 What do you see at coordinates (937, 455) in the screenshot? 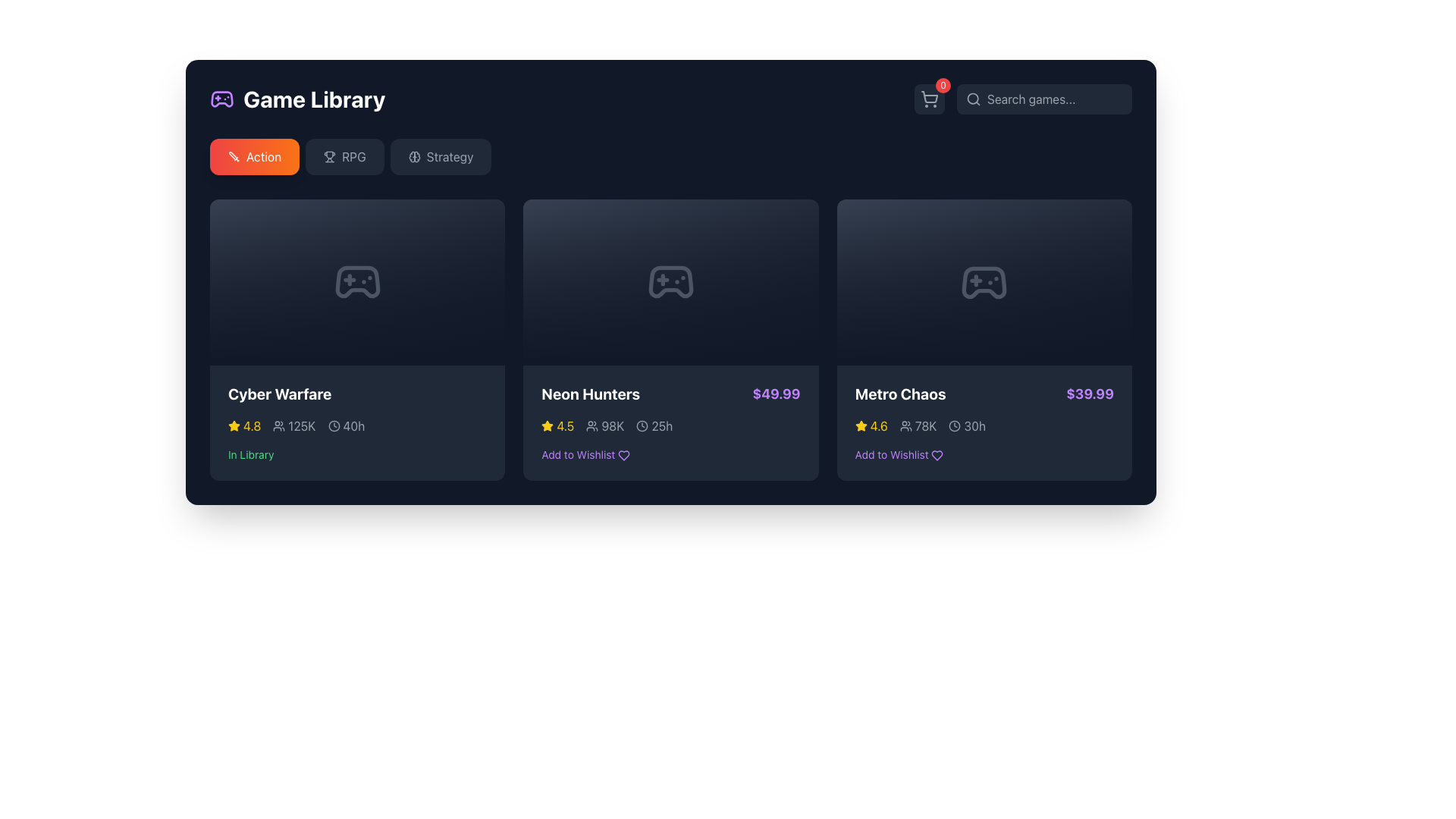
I see `the icon next to the 'Add to Wishlist' text at the bottom right corner of the 'Metro Chaos' card` at bounding box center [937, 455].